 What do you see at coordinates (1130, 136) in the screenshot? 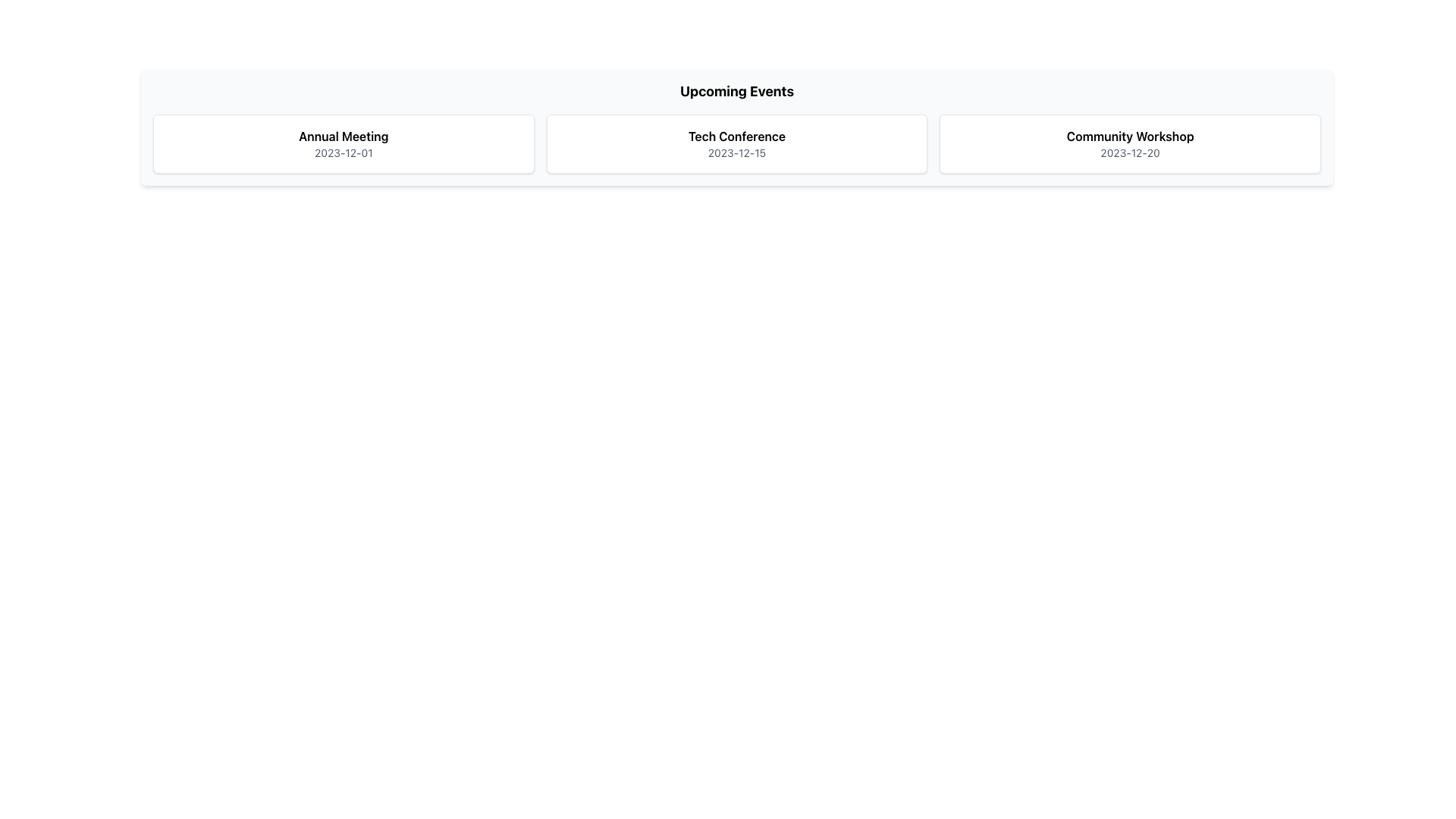
I see `the text label titled 'Community Workshop', which is located in the third event card of a horizontal set of event cards, positioned above the date label '2023-12-20'` at bounding box center [1130, 136].